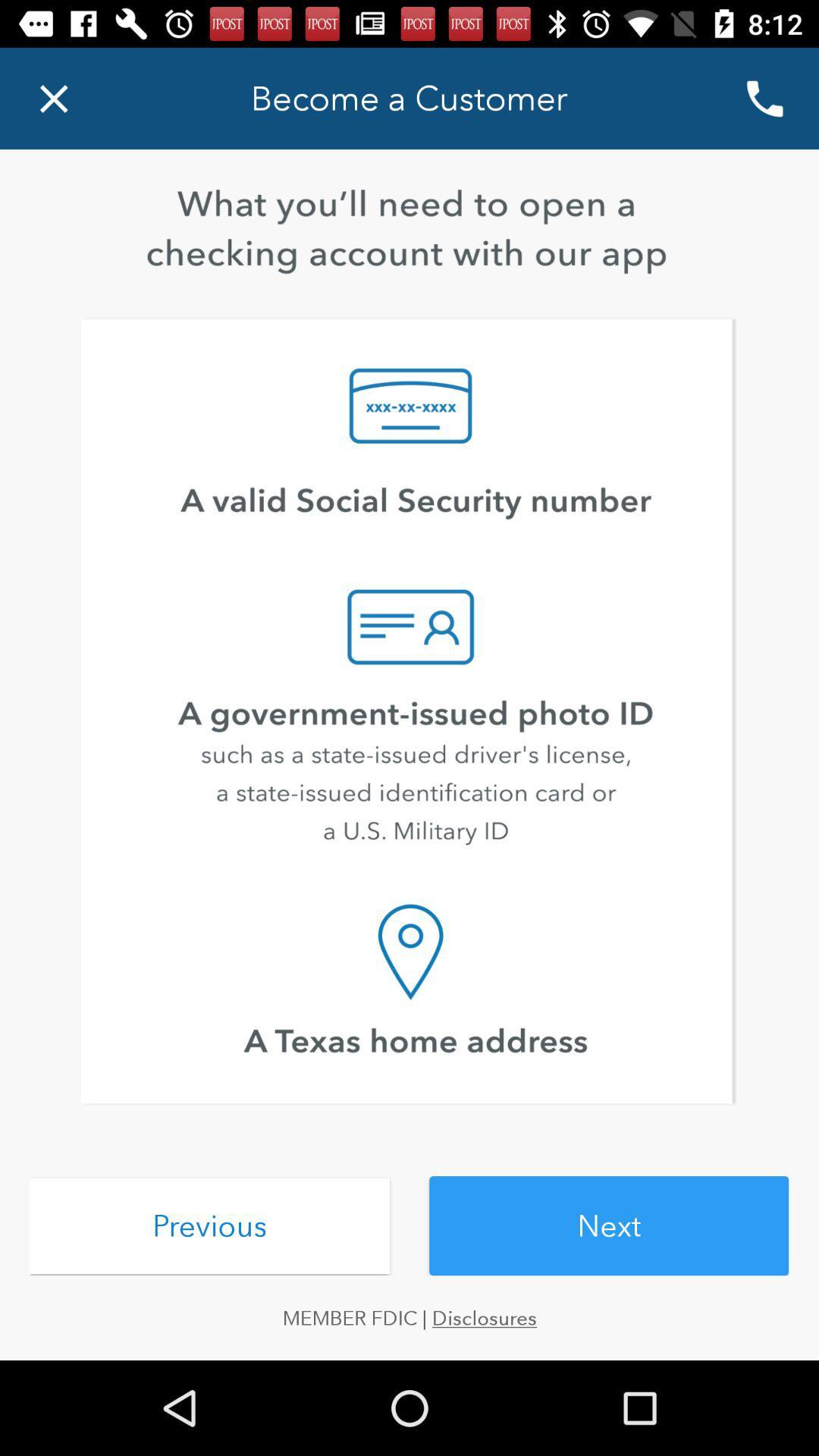  I want to click on previous item, so click(209, 1226).